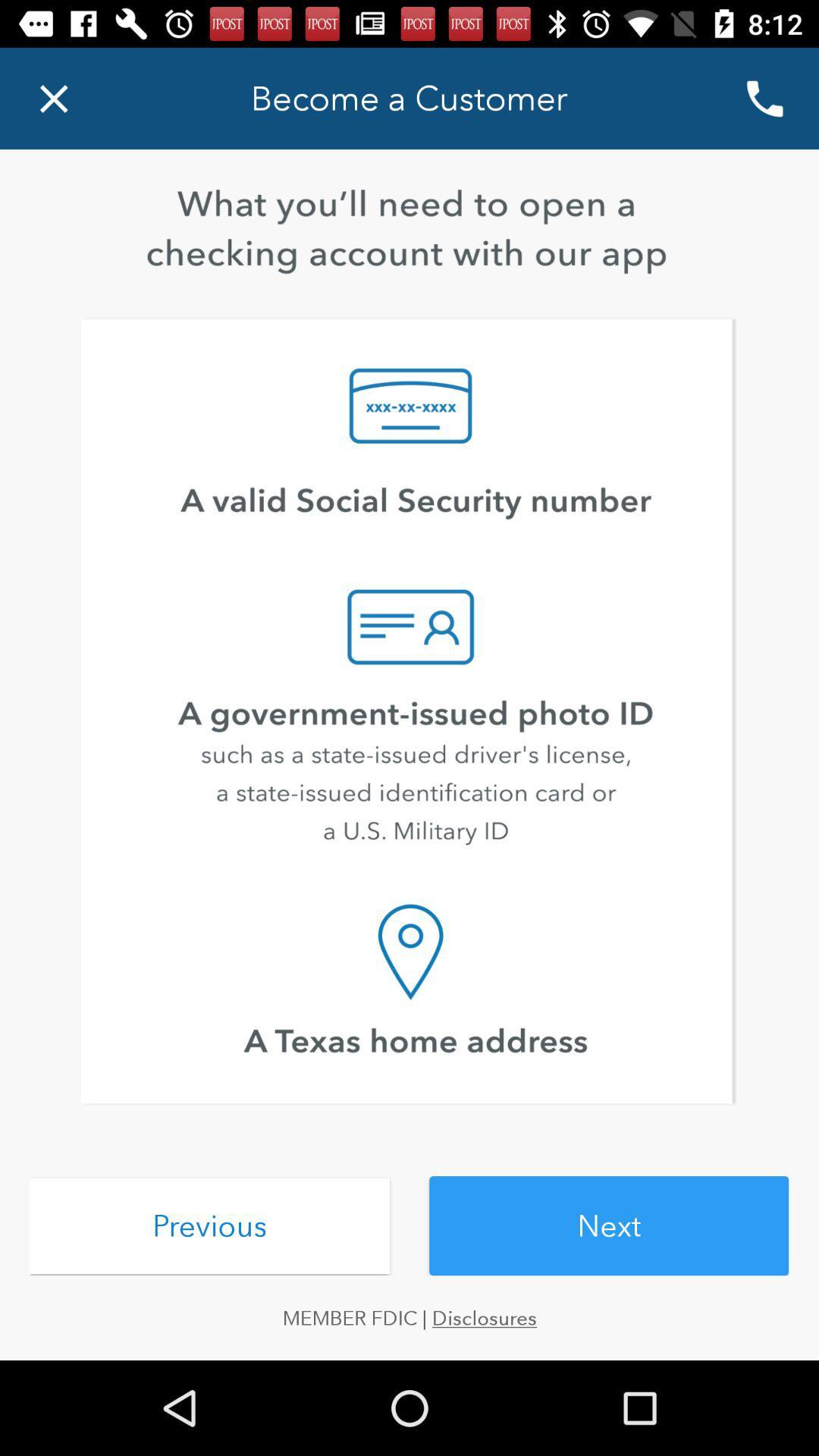  I want to click on previous item, so click(209, 1226).